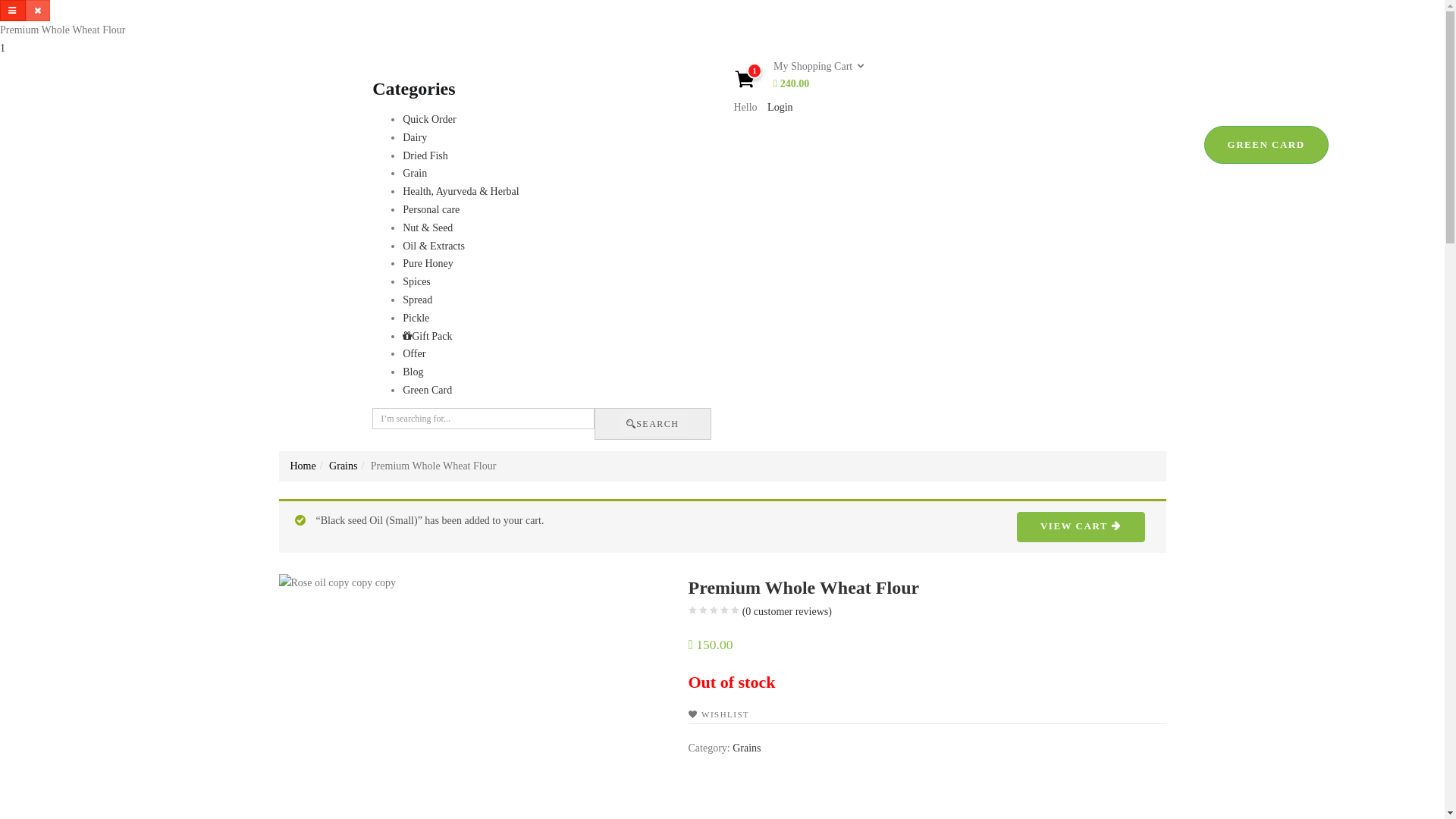  I want to click on '1', so click(2, 47).